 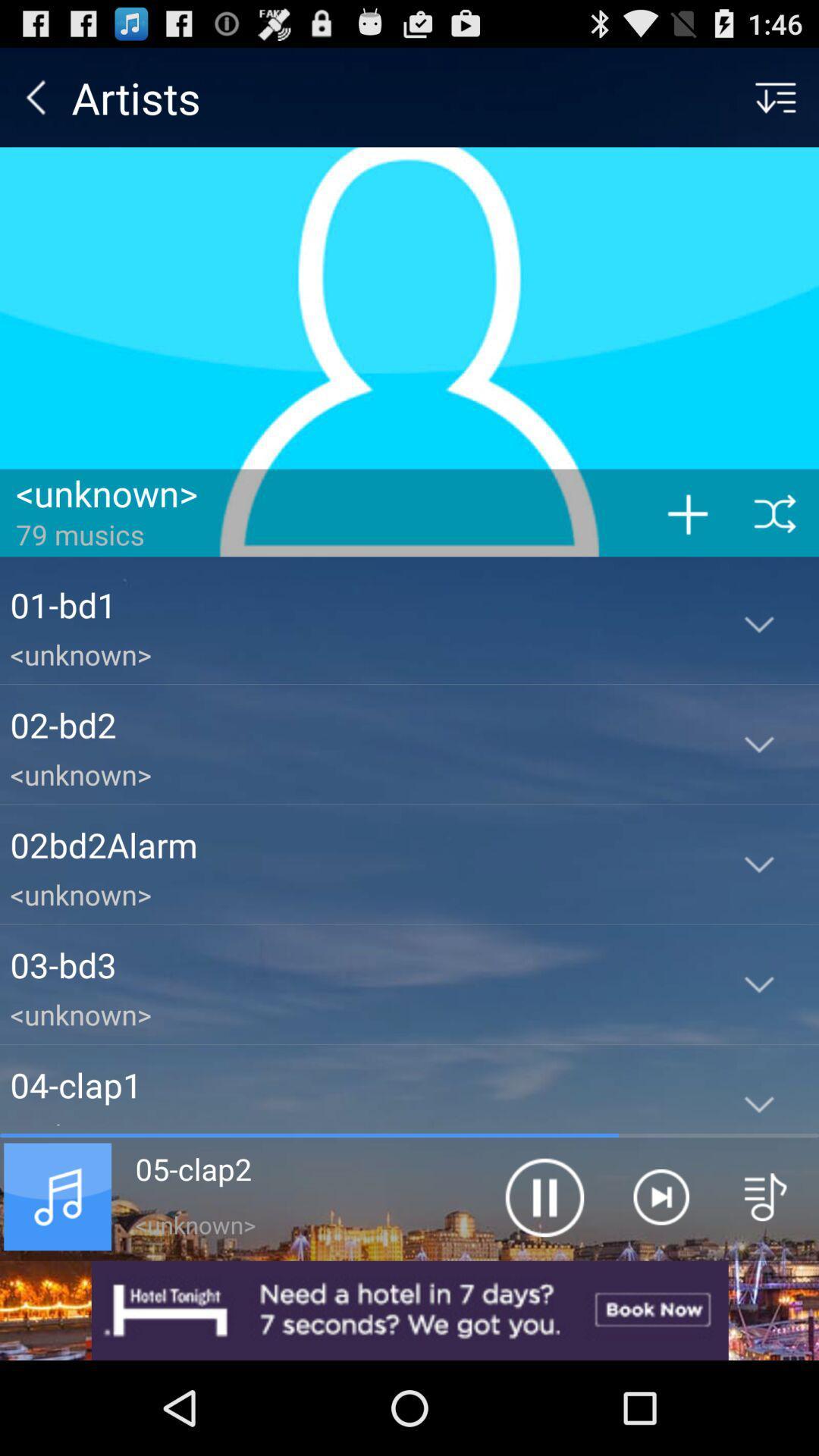 What do you see at coordinates (354, 723) in the screenshot?
I see `02-bd2 icon` at bounding box center [354, 723].